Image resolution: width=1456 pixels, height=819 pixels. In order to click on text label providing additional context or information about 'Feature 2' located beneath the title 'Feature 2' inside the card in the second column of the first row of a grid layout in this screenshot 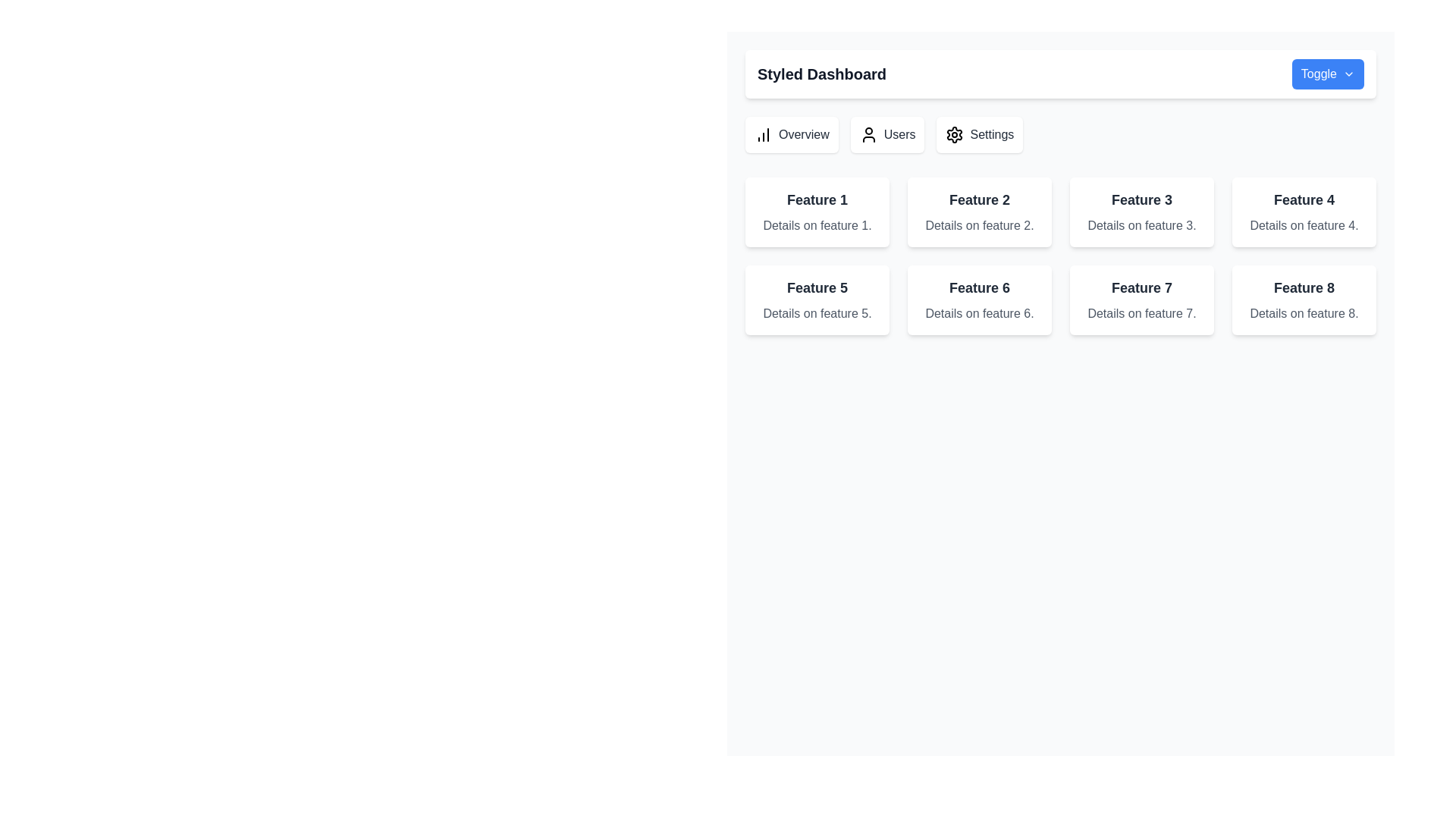, I will do `click(979, 225)`.